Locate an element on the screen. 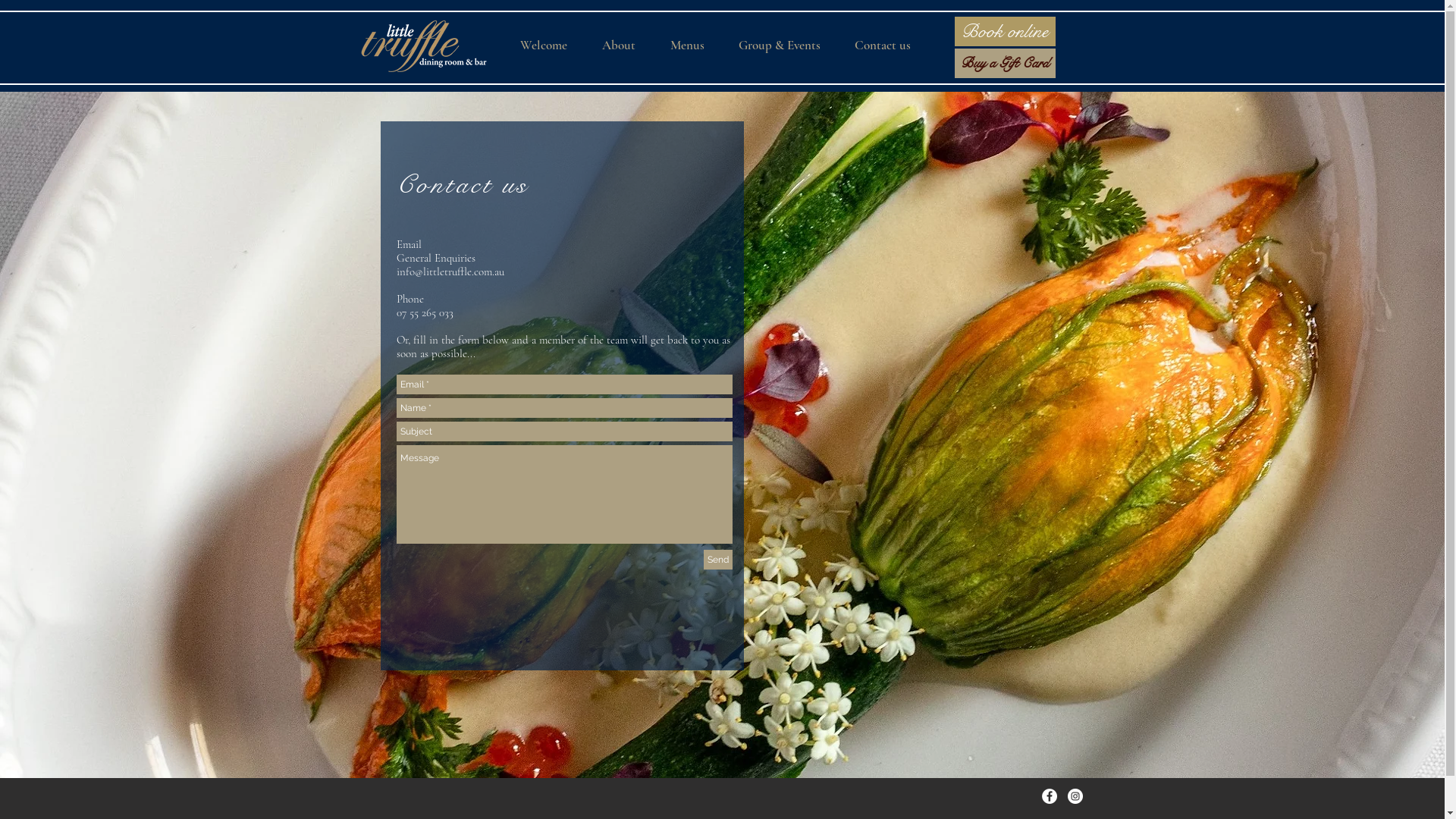 The width and height of the screenshot is (1456, 819). 'Contact us' is located at coordinates (461, 184).